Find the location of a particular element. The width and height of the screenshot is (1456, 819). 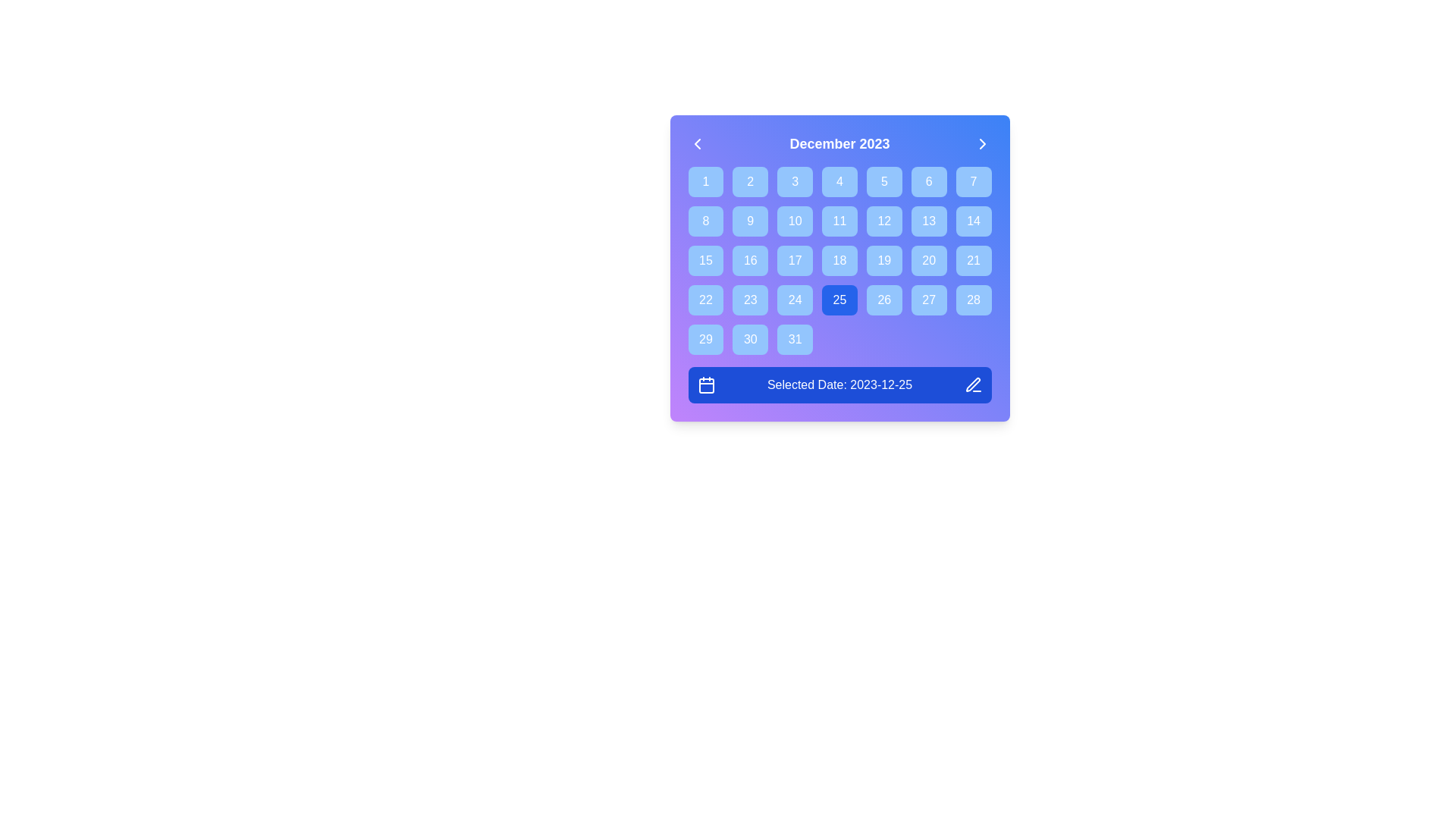

the square-shaped button with rounded corners displaying the number '16' is located at coordinates (750, 259).